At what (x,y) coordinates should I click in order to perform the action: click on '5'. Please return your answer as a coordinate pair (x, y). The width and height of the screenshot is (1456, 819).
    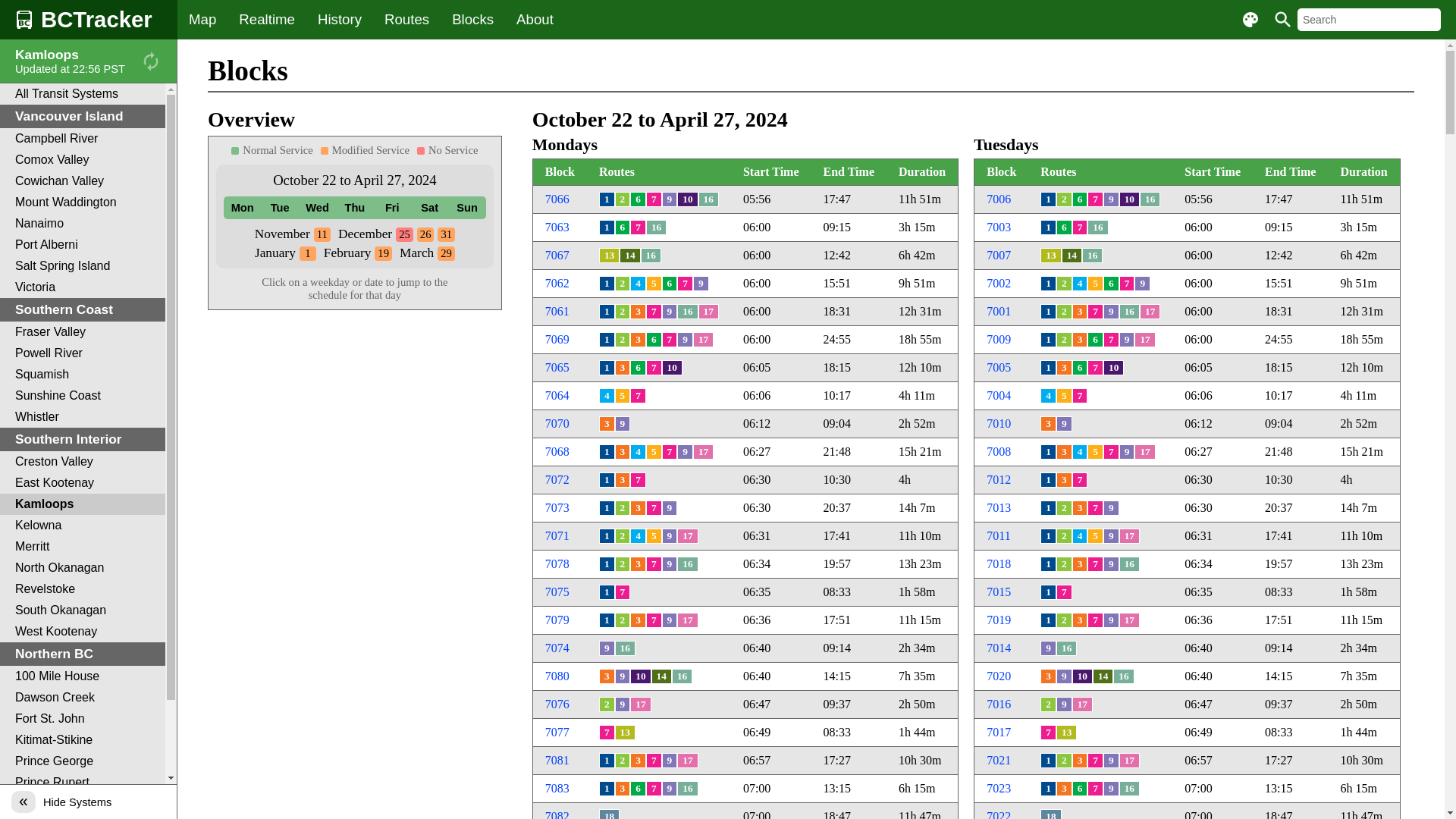
    Looking at the image, I should click on (654, 451).